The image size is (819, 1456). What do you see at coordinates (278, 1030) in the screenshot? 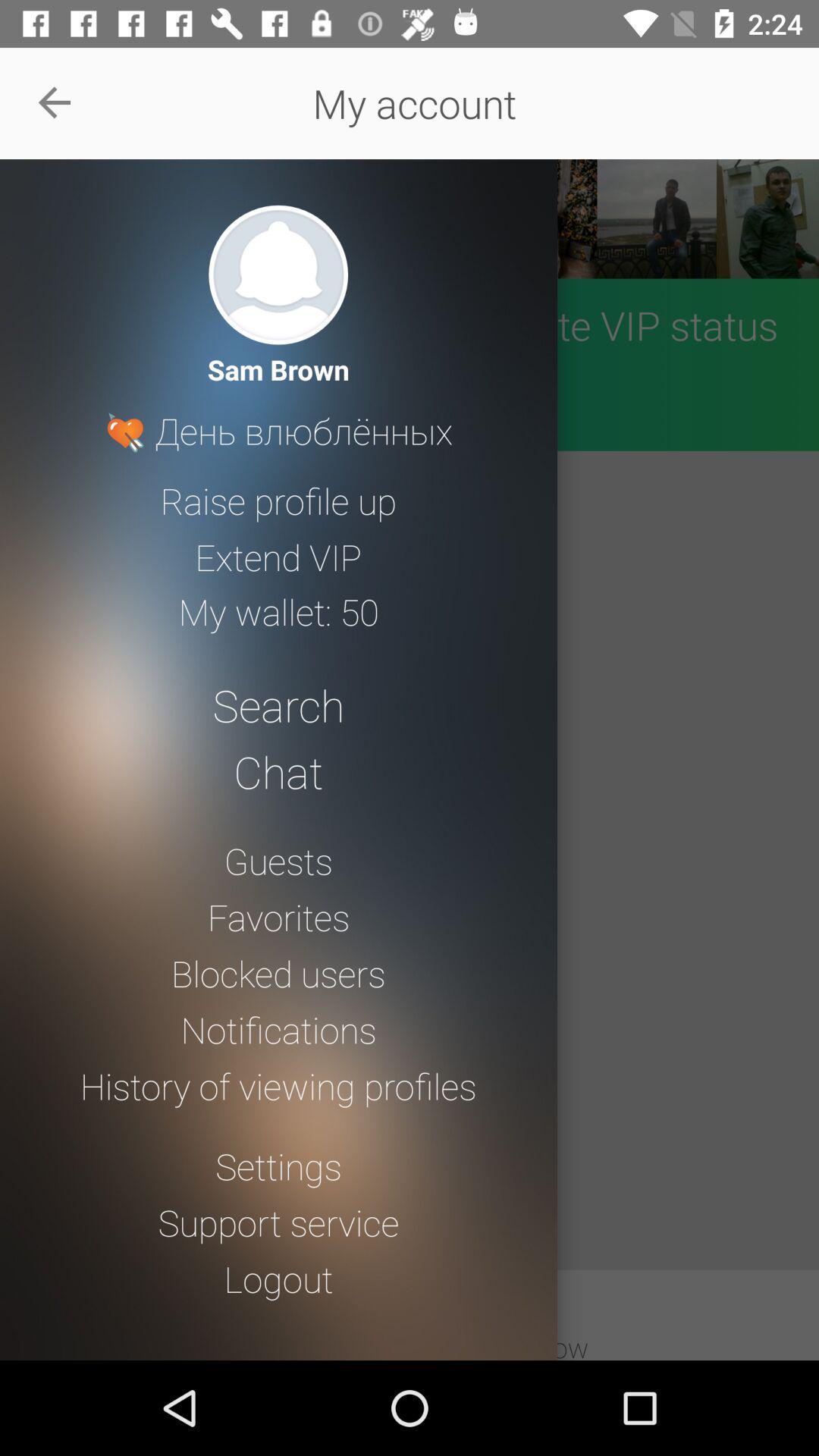
I see `move to the text below blocked users` at bounding box center [278, 1030].